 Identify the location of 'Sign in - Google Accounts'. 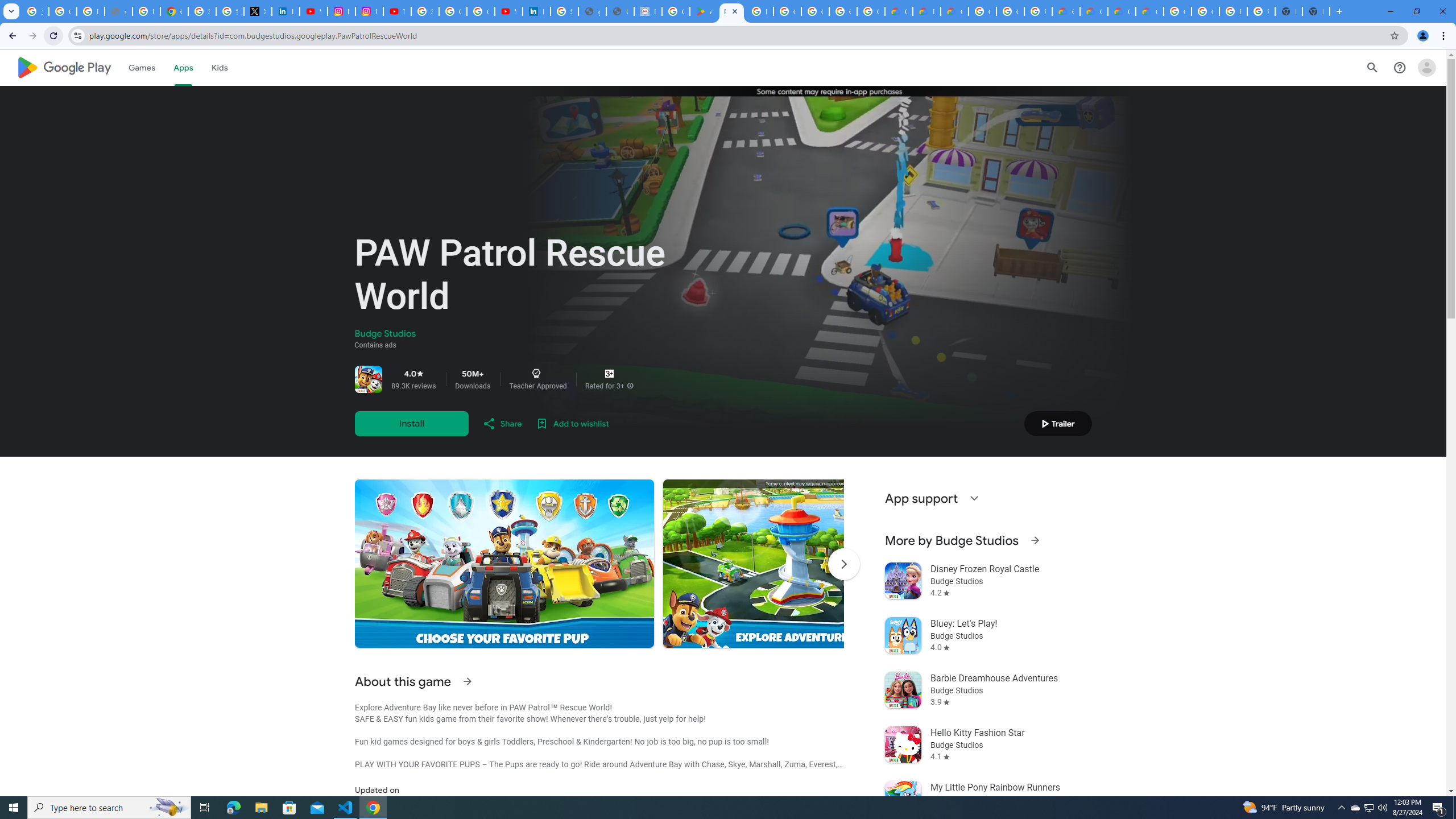
(201, 11).